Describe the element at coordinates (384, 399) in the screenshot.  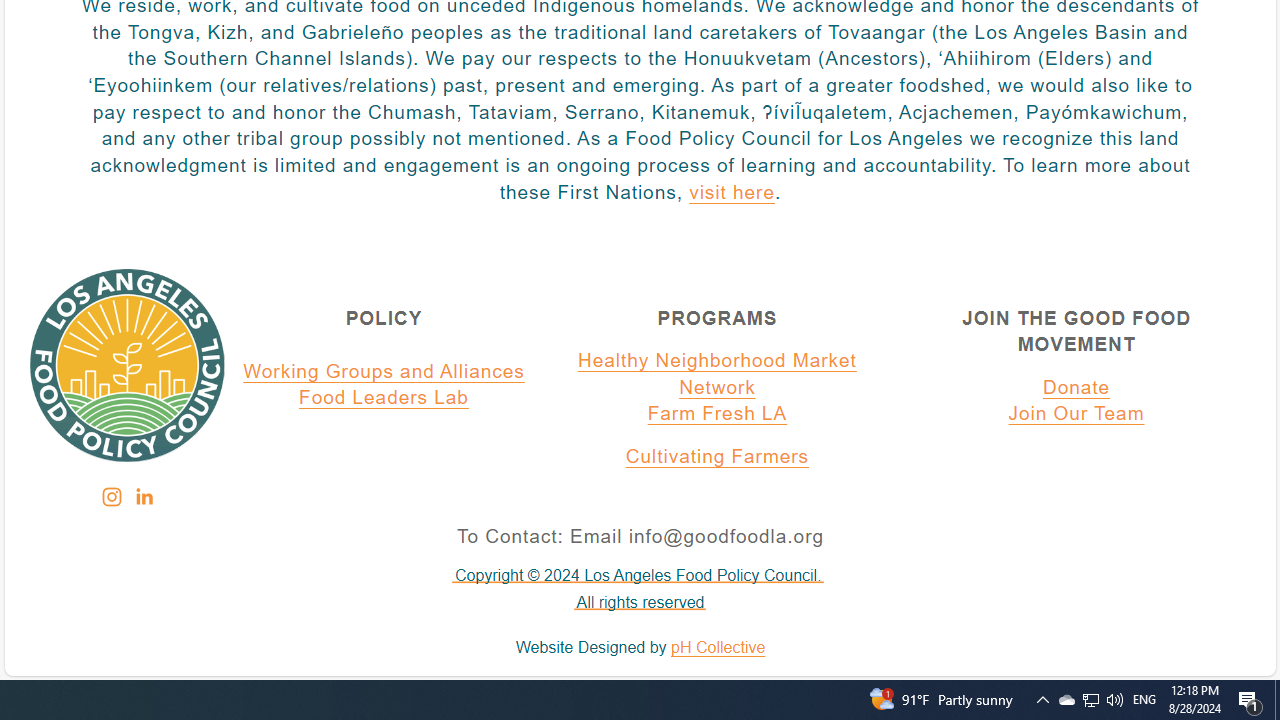
I see `'Food Leaders Lab'` at that location.